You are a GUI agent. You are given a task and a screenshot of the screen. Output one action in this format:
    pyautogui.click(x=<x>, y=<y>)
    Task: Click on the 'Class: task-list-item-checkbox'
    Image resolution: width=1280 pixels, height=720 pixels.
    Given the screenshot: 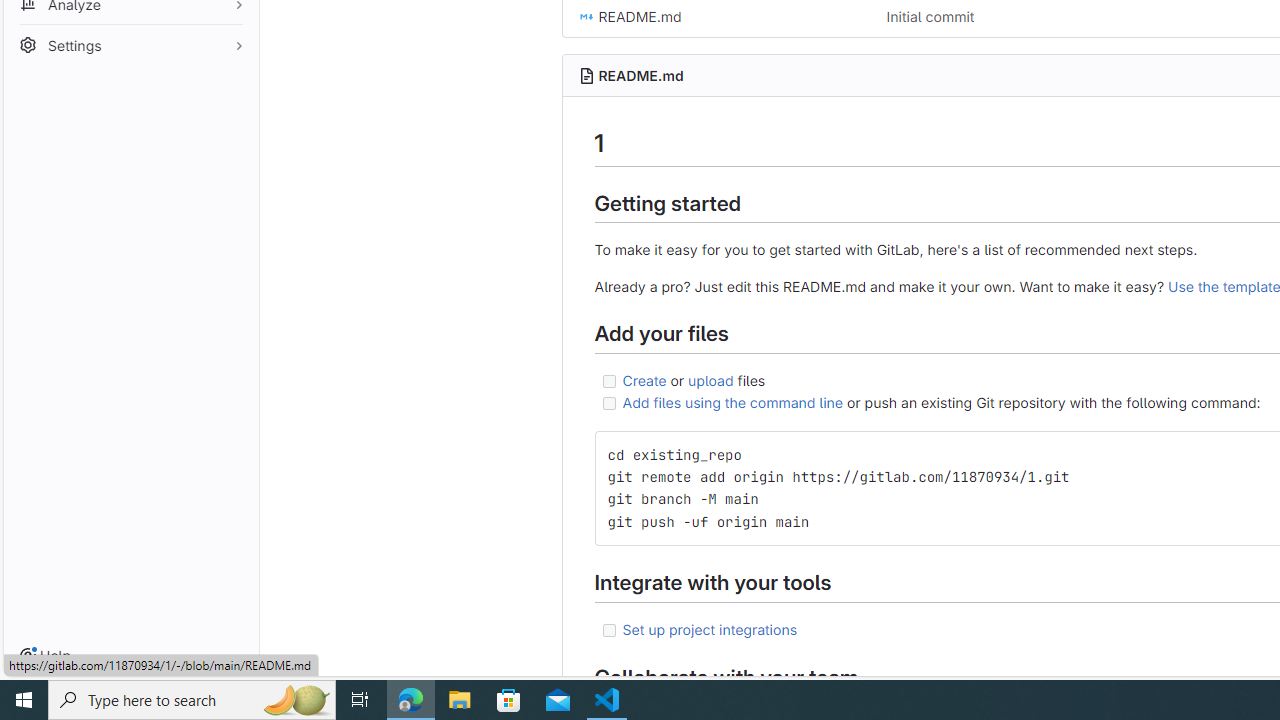 What is the action you would take?
    pyautogui.click(x=607, y=630)
    